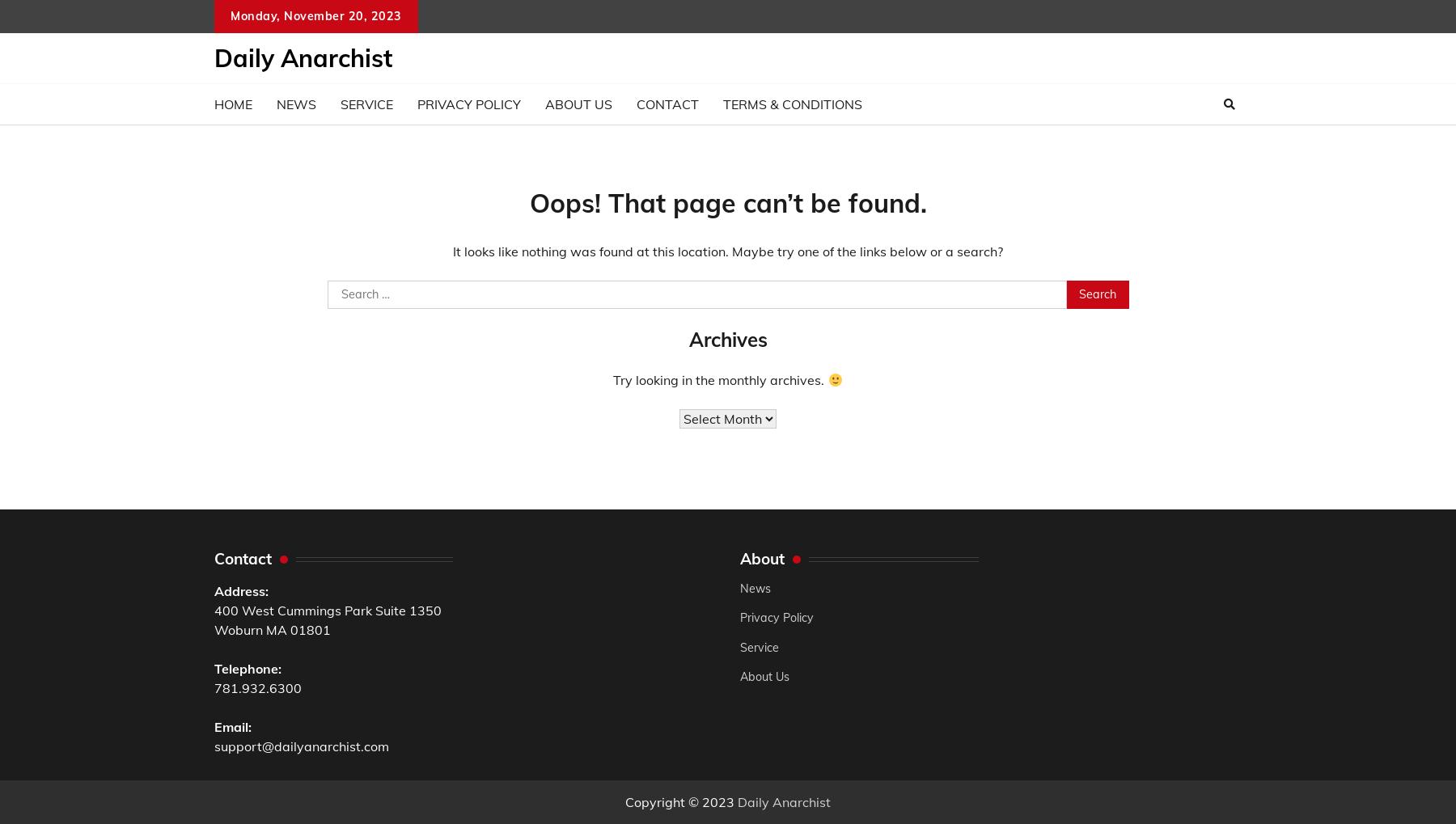 The image size is (1456, 824). Describe the element at coordinates (247, 669) in the screenshot. I see `'Telephone:'` at that location.